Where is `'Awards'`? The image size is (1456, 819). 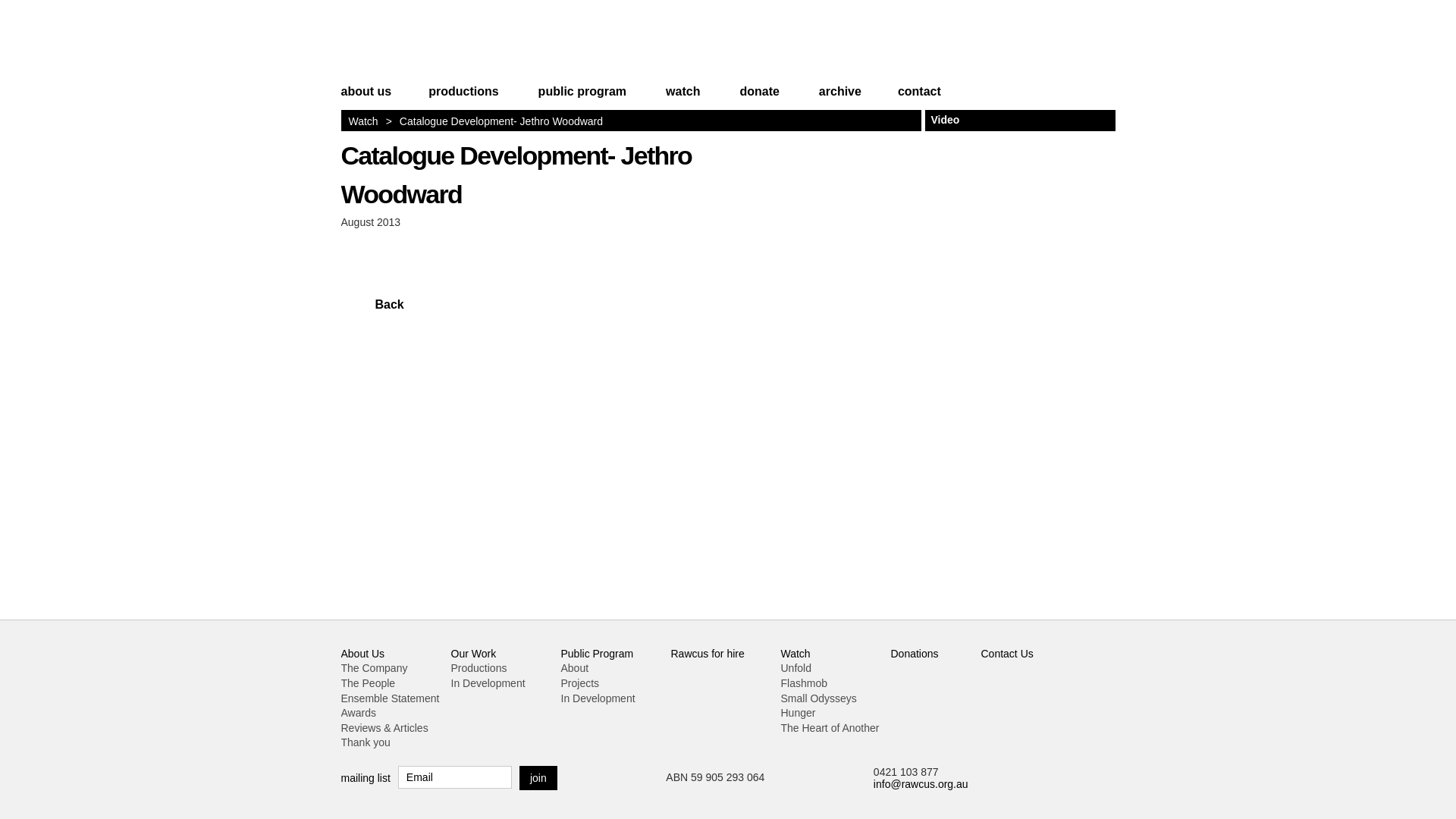 'Awards' is located at coordinates (358, 713).